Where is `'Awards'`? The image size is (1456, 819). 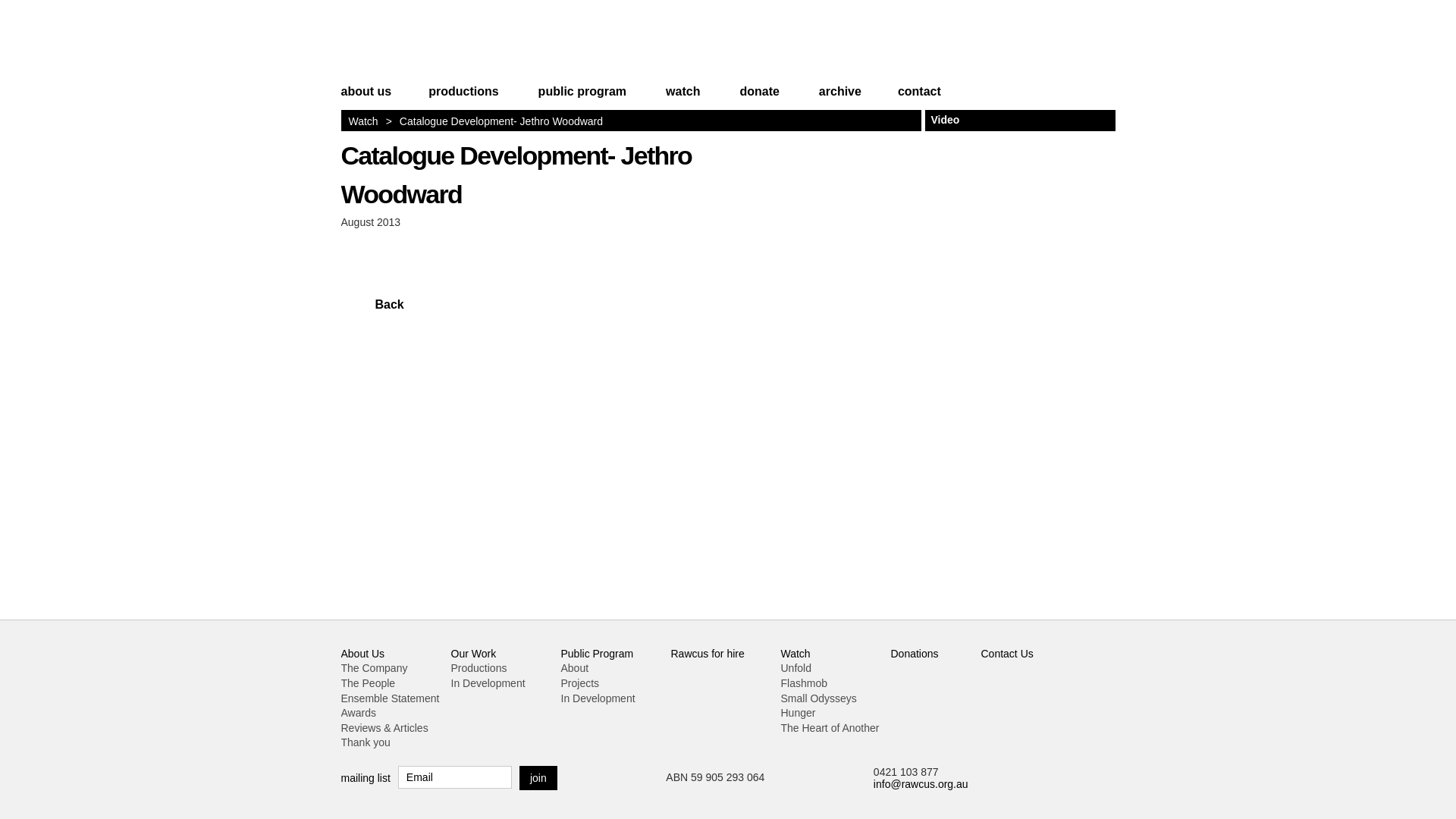 'Awards' is located at coordinates (358, 713).